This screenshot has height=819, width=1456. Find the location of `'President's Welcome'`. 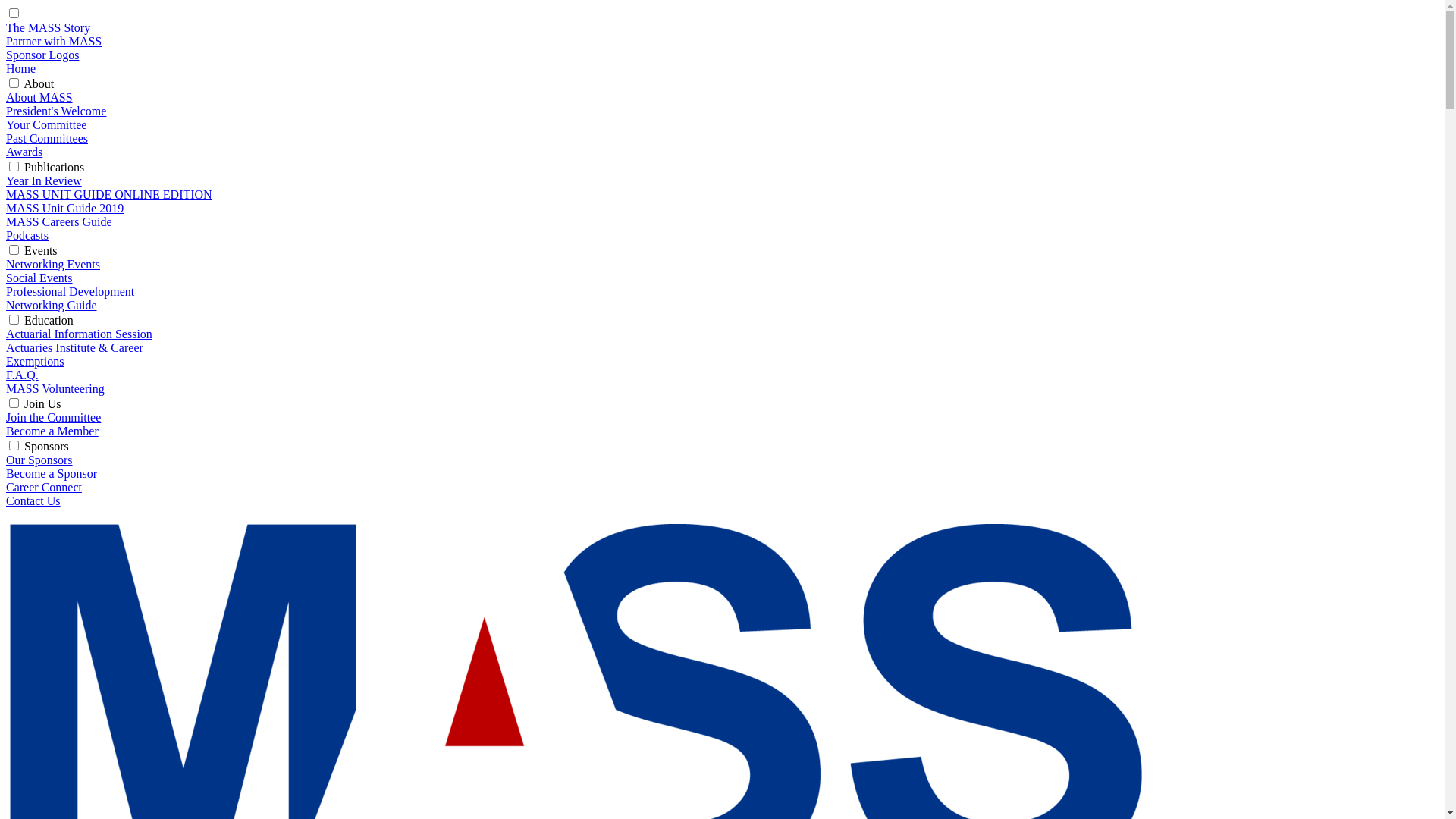

'President's Welcome' is located at coordinates (55, 110).